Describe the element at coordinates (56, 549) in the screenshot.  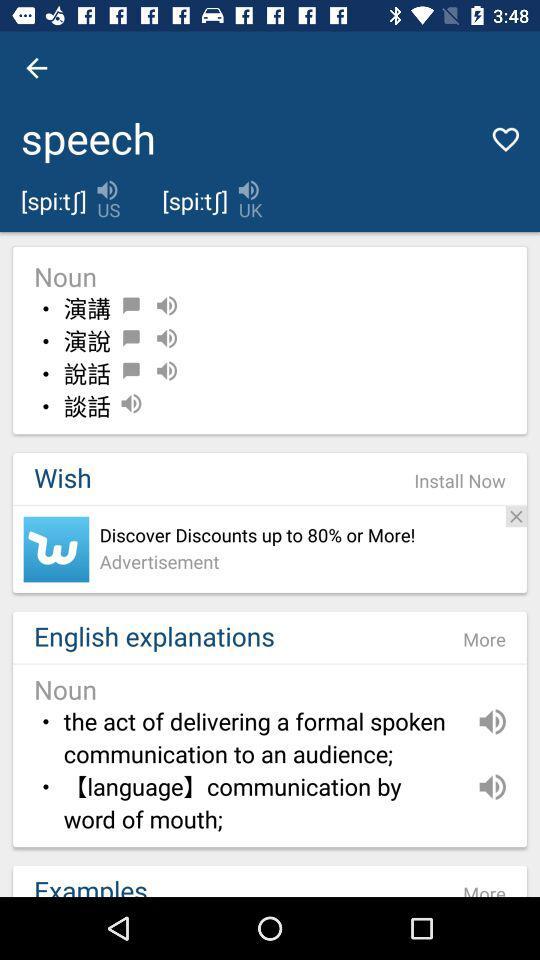
I see `the item above english explanations item` at that location.